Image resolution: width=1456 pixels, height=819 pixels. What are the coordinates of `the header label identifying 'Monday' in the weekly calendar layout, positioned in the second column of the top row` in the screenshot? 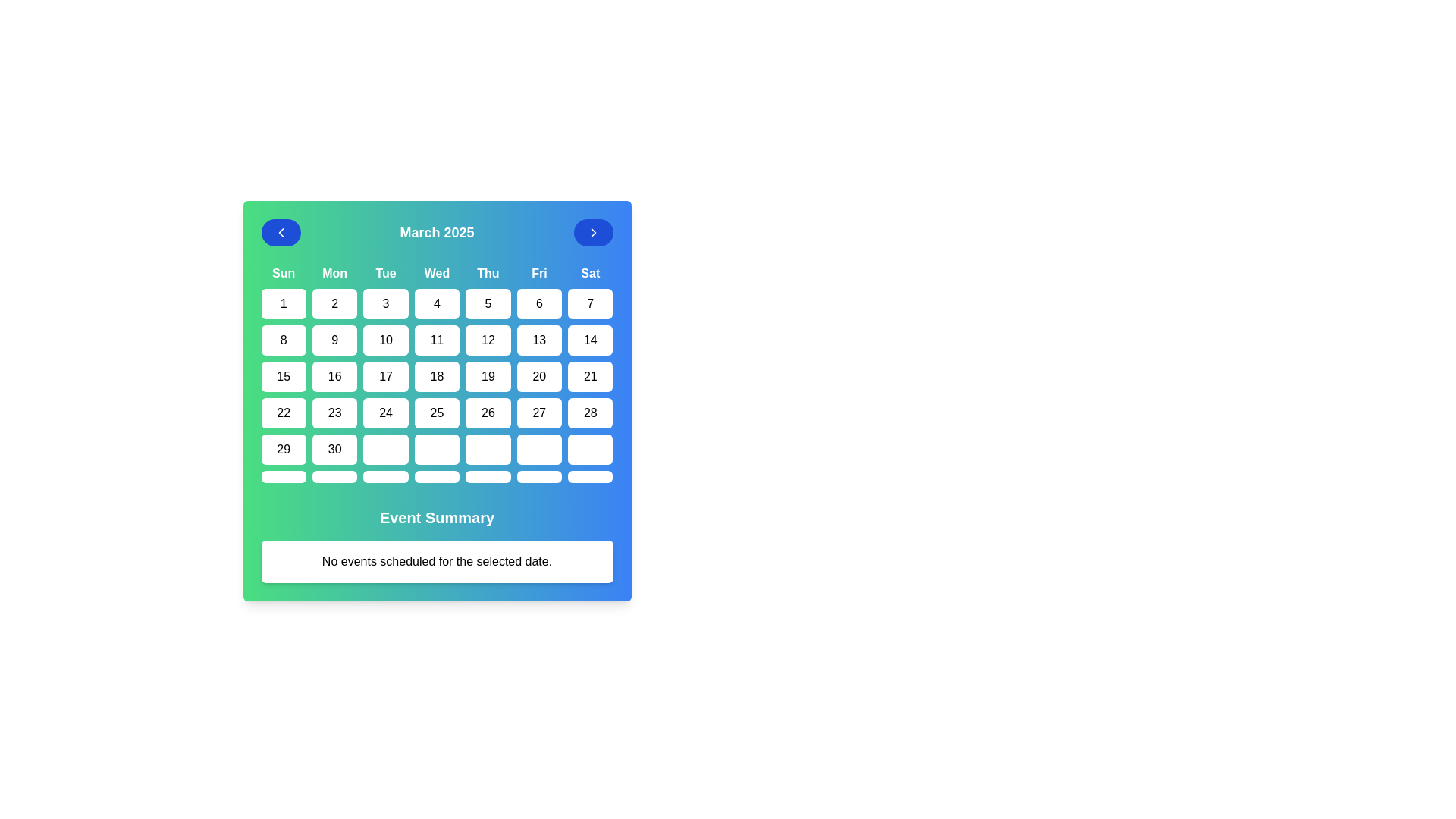 It's located at (334, 274).